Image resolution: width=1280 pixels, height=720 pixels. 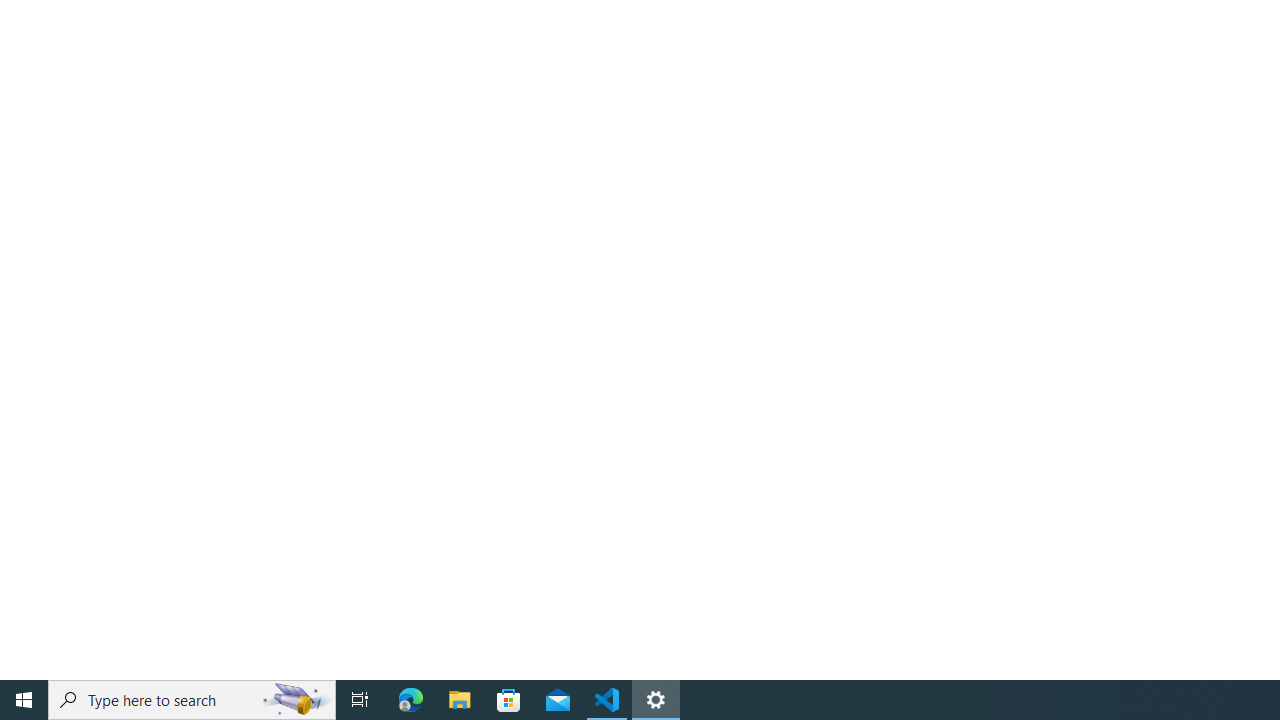 I want to click on 'Task View', so click(x=359, y=698).